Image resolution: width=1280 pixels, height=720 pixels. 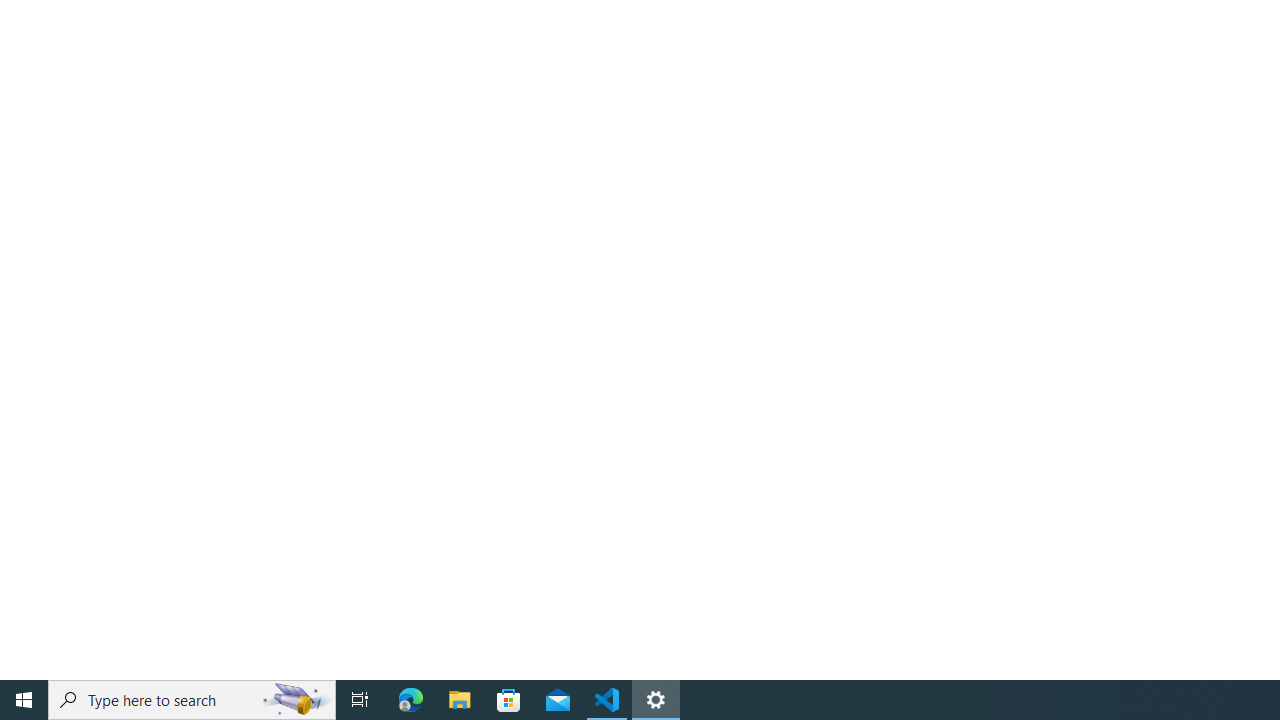 I want to click on 'Task View', so click(x=359, y=698).